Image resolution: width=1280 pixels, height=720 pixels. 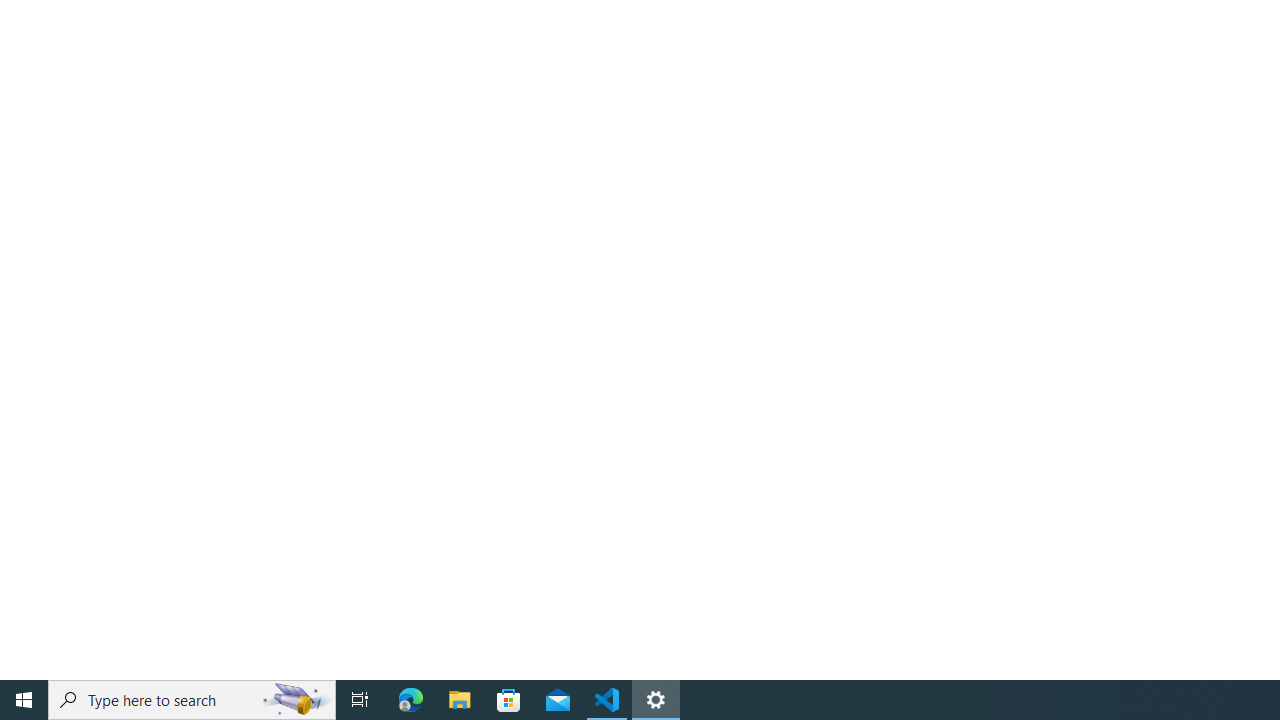 I want to click on 'Task View', so click(x=359, y=698).